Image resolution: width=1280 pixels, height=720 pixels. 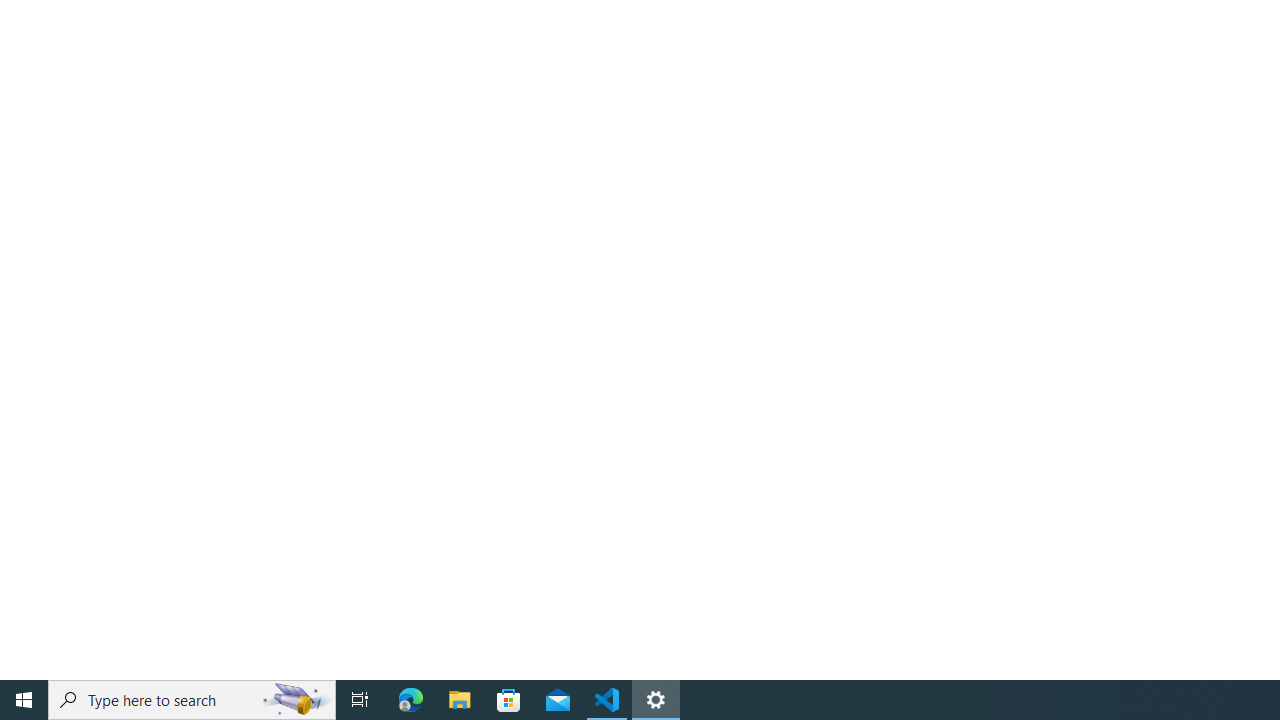 I want to click on 'Task View', so click(x=359, y=698).